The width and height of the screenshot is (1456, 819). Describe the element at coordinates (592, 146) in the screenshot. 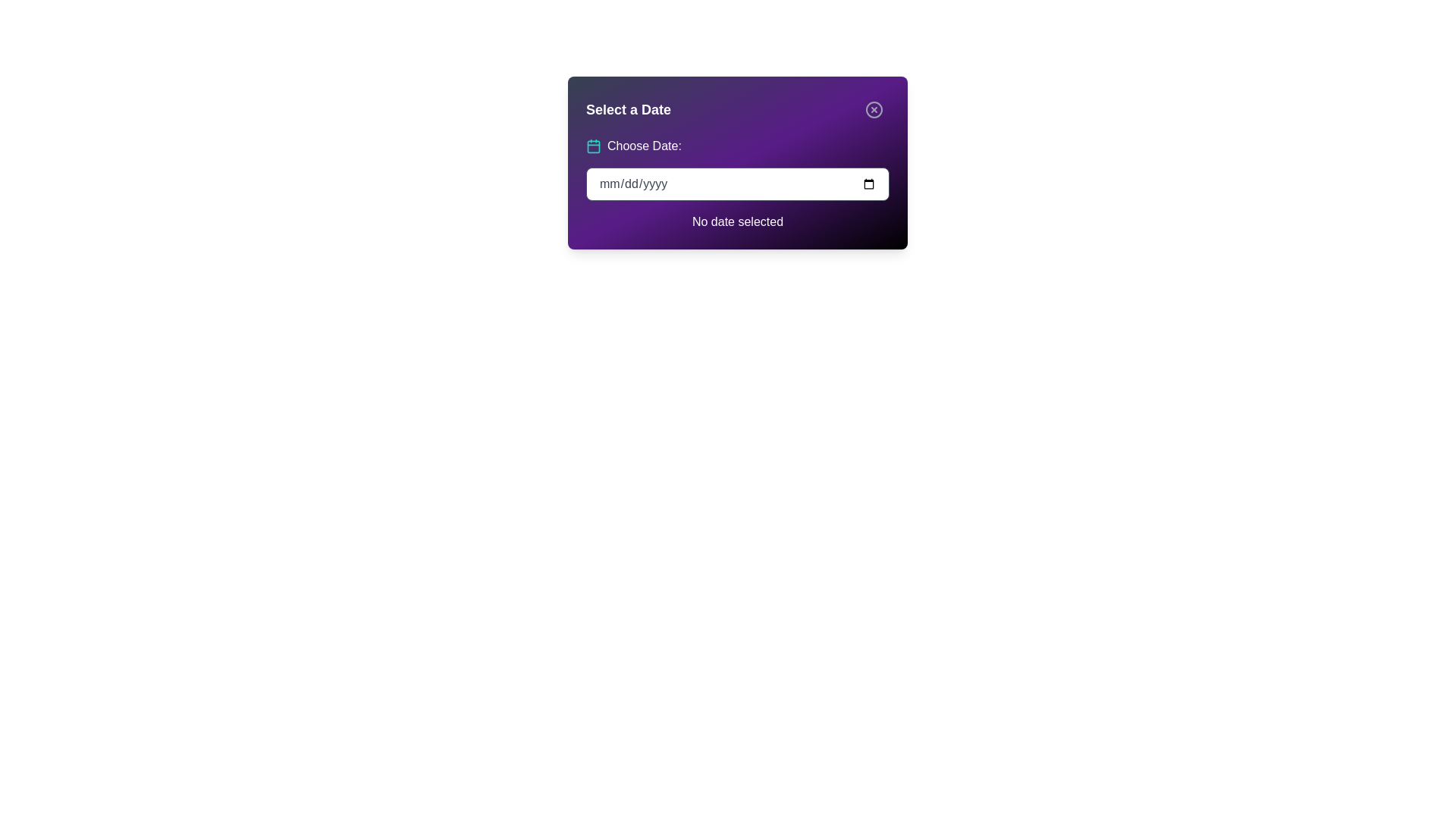

I see `the calendar icon located to the left of the 'Choose Date:' text as a visual reference for date selection functionality` at that location.